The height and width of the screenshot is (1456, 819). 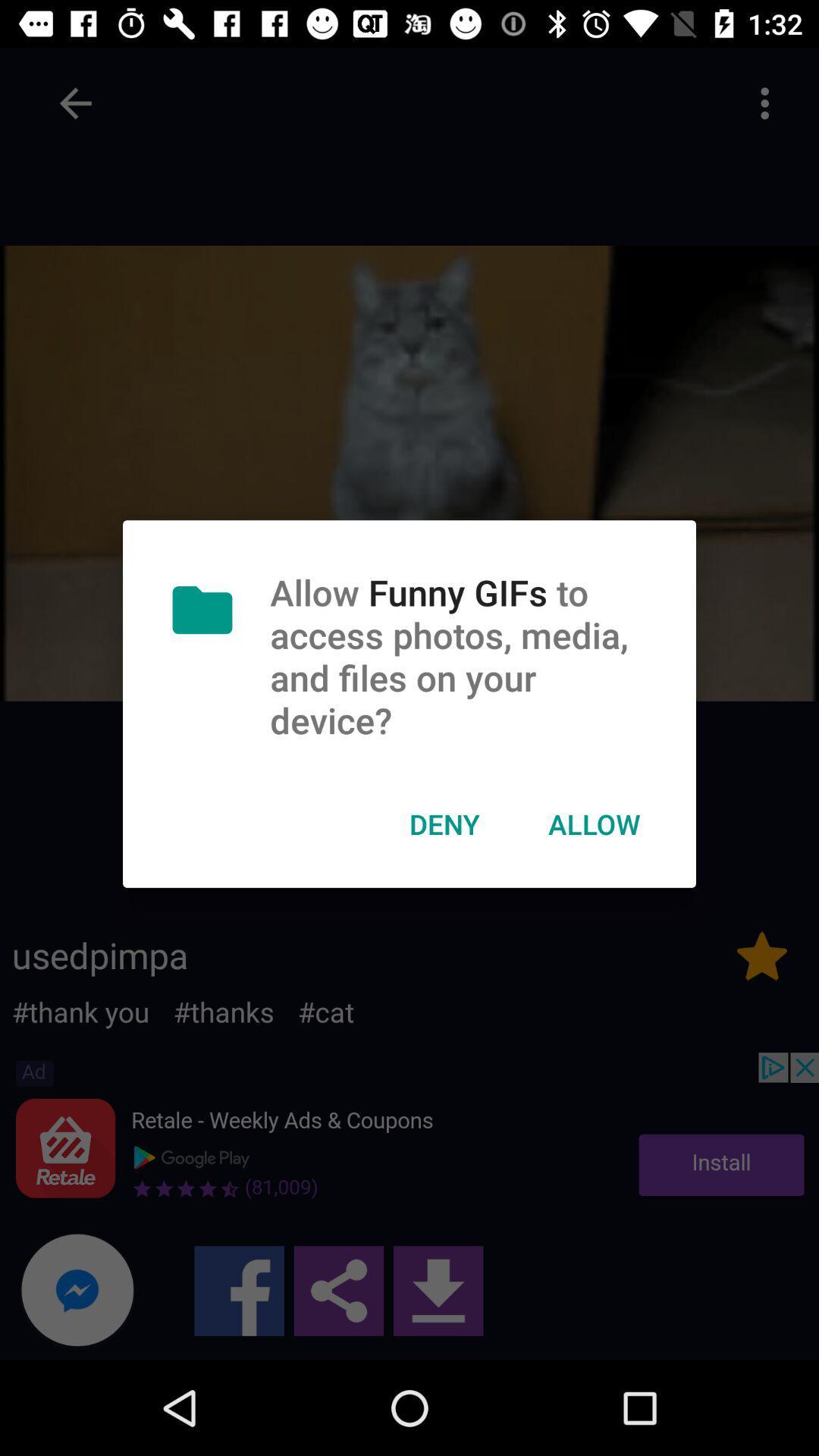 I want to click on previous, so click(x=75, y=102).